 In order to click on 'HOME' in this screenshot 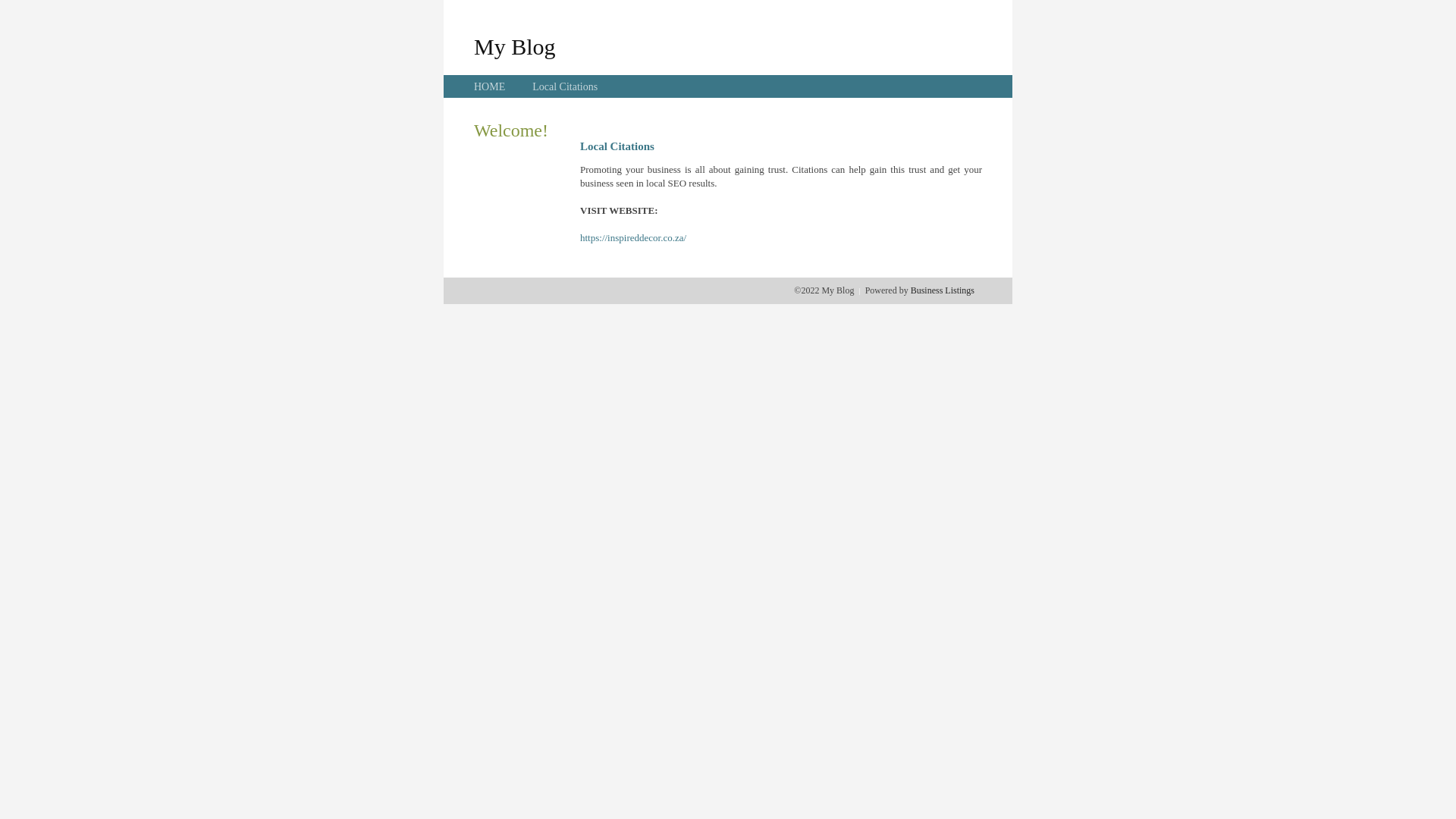, I will do `click(489, 86)`.